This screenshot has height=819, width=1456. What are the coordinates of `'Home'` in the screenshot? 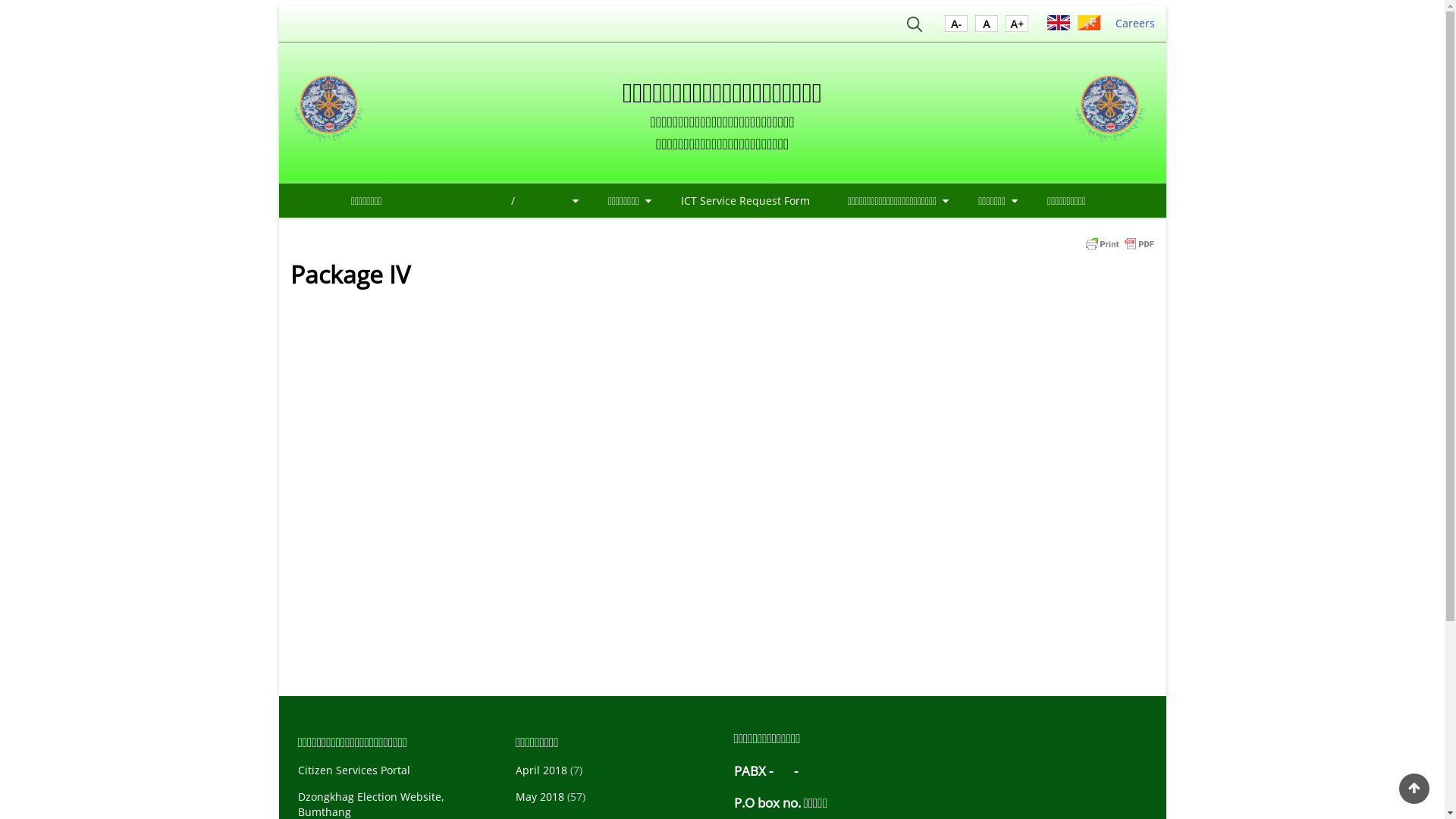 It's located at (1113, 112).